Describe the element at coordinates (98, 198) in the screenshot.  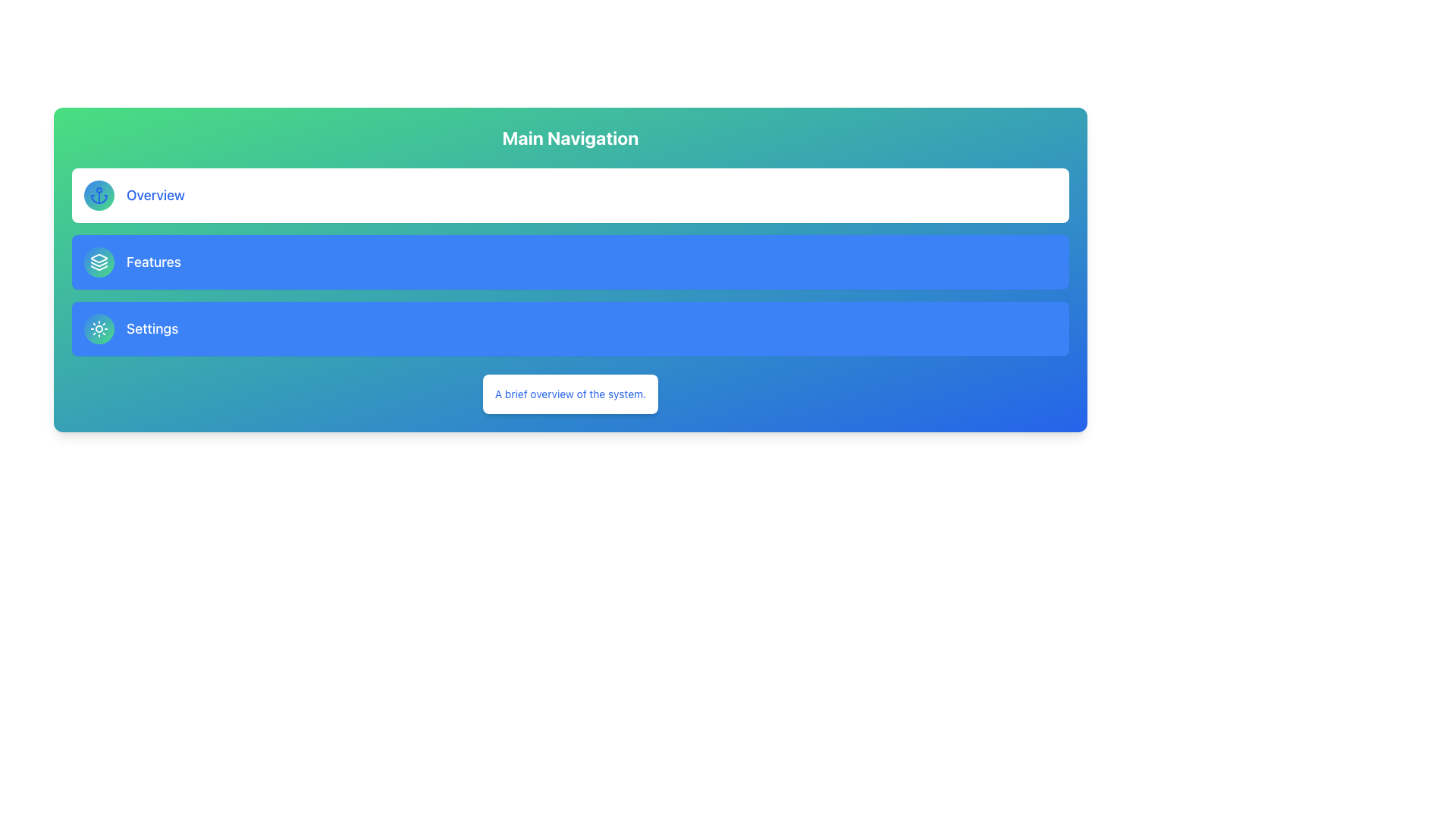
I see `the anchor icon located to the left of the 'Overview' label at the top of the interface` at that location.